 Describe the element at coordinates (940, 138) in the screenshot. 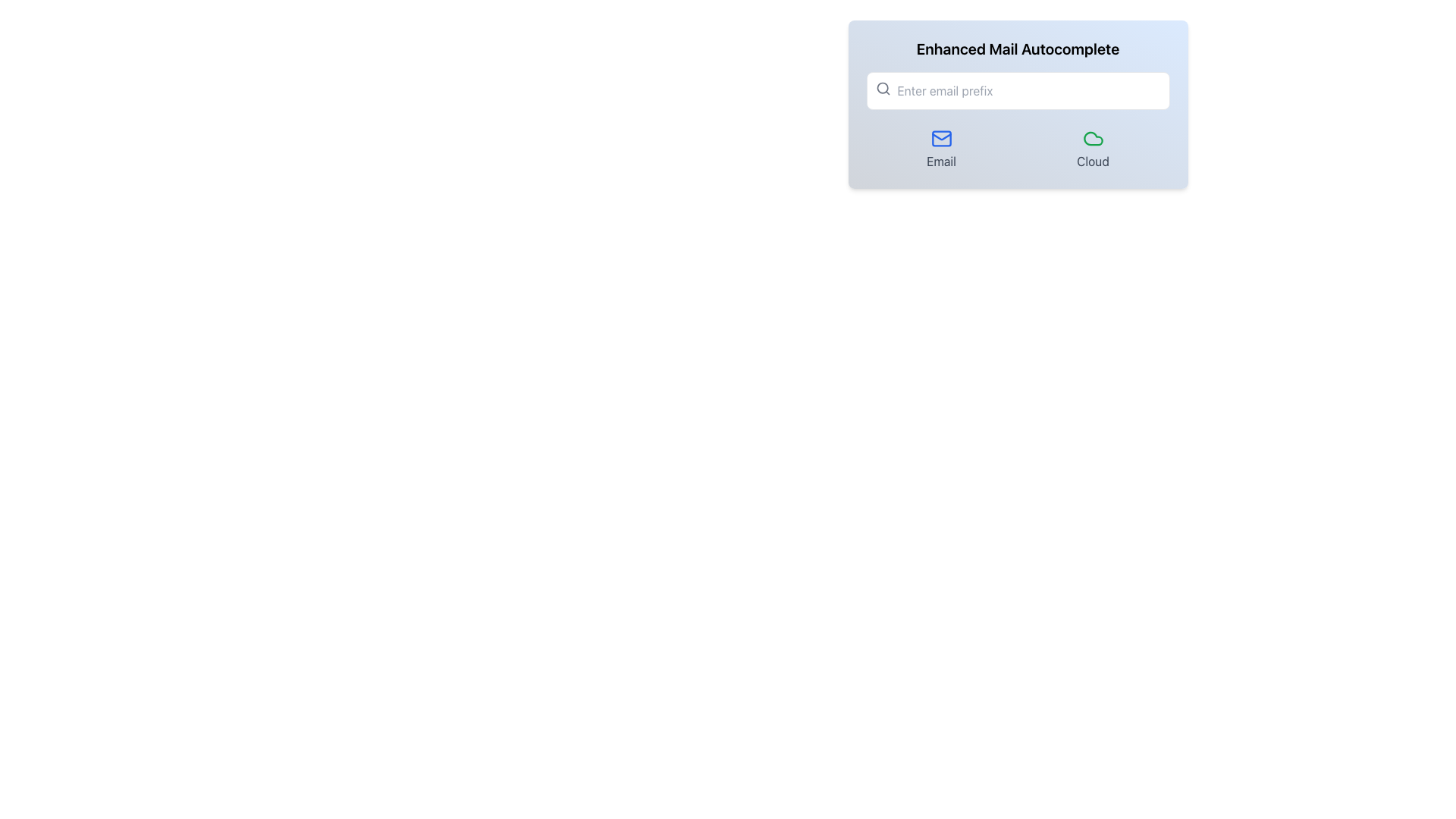

I see `the rectangular element with rounded corners that is part of the envelope graphic, located in the top portion of the interface beneath the 'Enhanced Mail Autocomplete' text input box` at that location.